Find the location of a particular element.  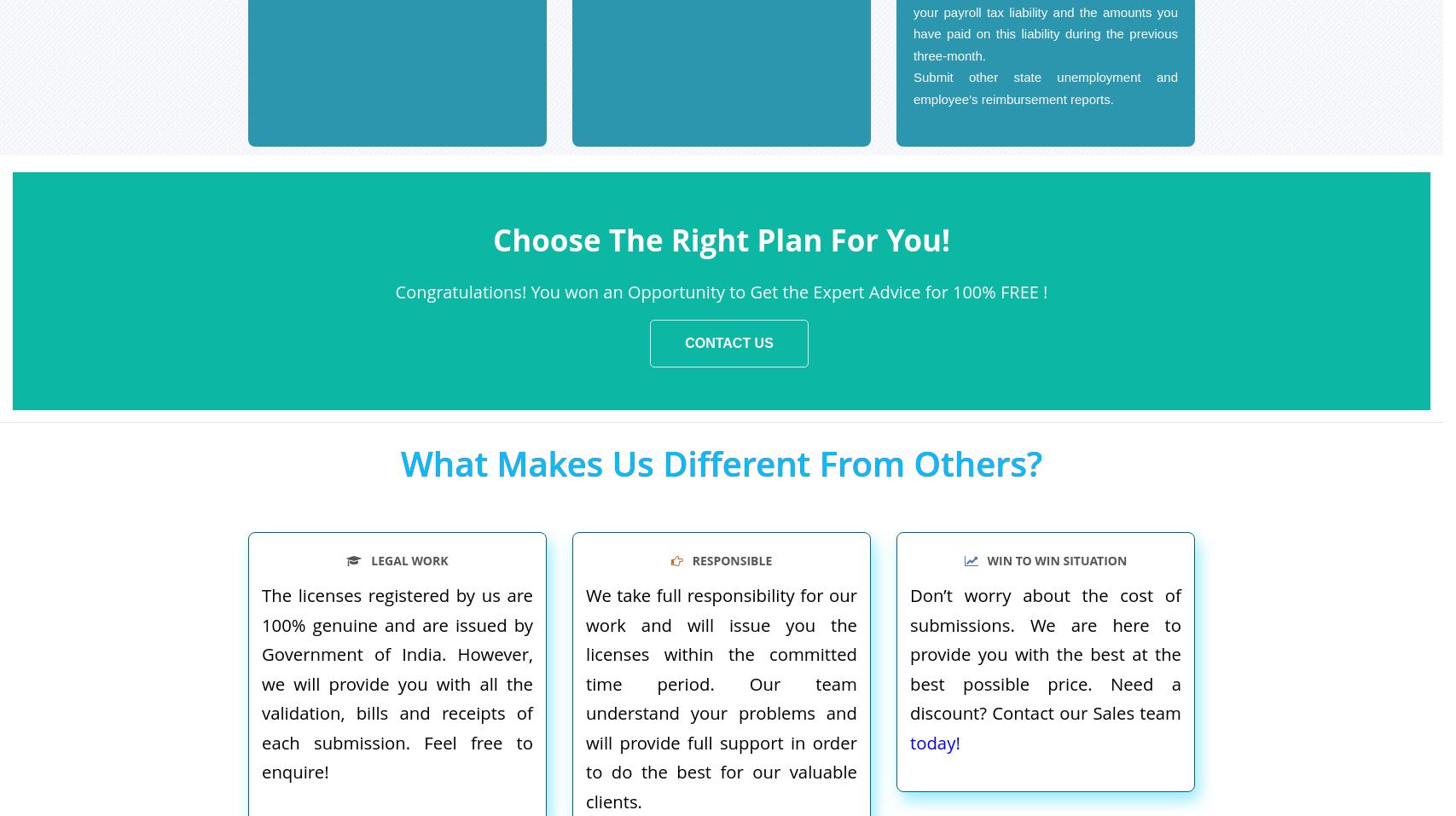

'Don’t worry about the cost of submissions. We are here to provide you with the best at the best possible price.
      Need a discount? Contact our Sales team' is located at coordinates (1044, 653).